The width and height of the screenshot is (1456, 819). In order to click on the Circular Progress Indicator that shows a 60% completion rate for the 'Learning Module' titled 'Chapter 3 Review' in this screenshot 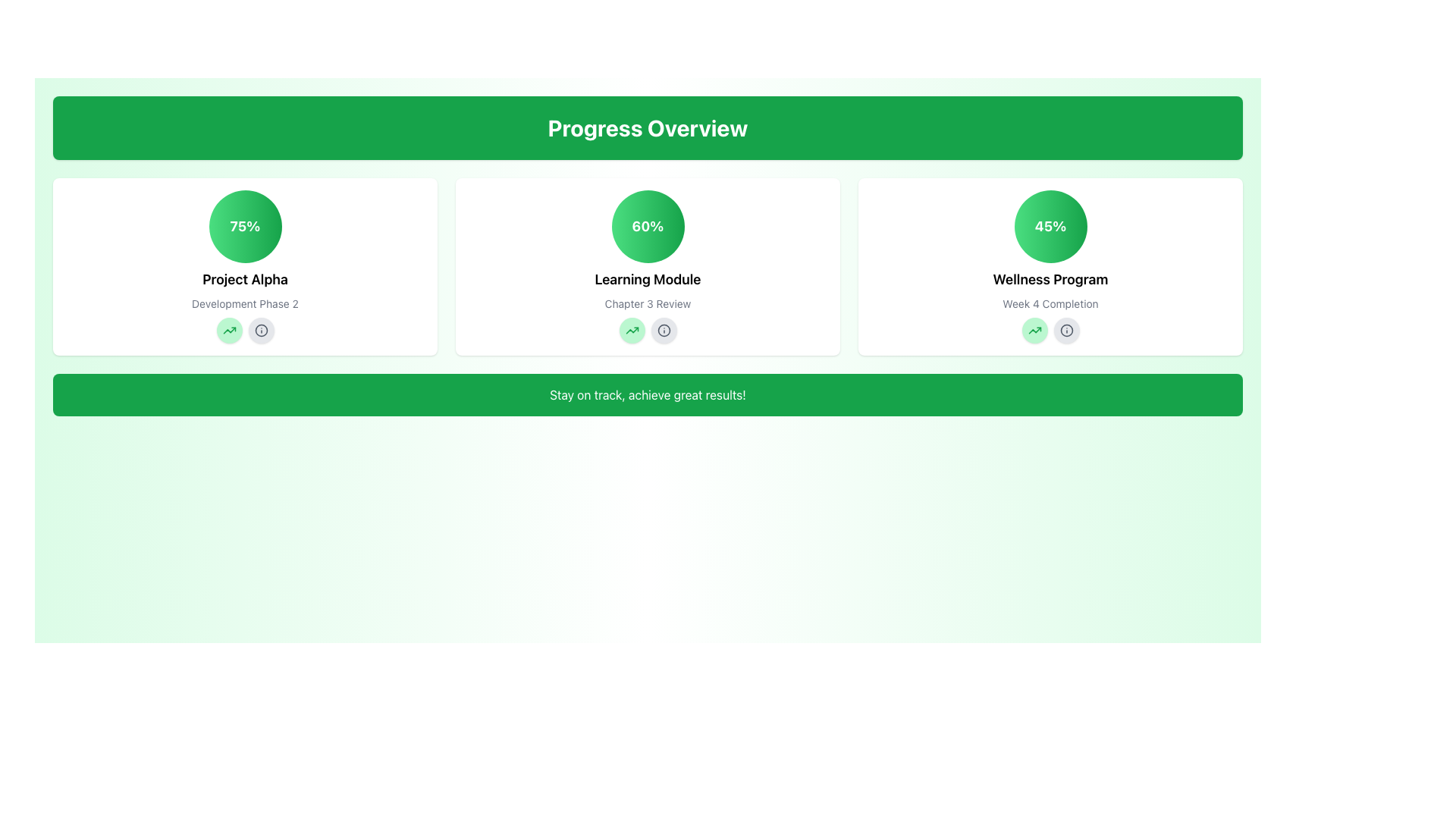, I will do `click(648, 227)`.